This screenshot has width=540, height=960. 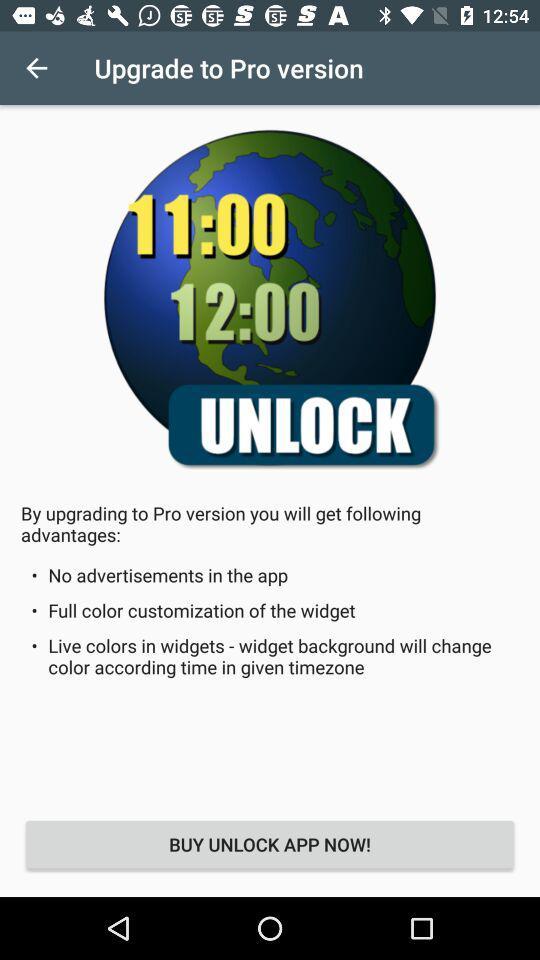 What do you see at coordinates (36, 68) in the screenshot?
I see `icon next to upgrade to pro item` at bounding box center [36, 68].